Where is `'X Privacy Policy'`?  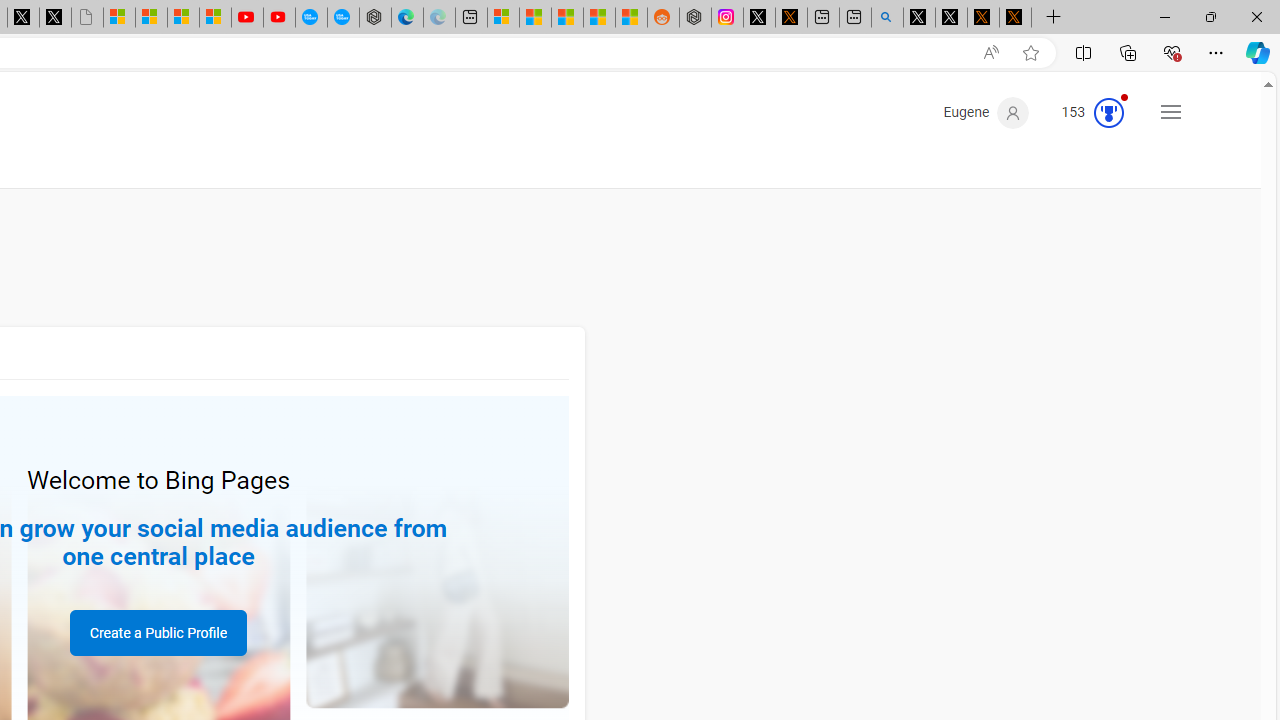
'X Privacy Policy' is located at coordinates (1015, 17).